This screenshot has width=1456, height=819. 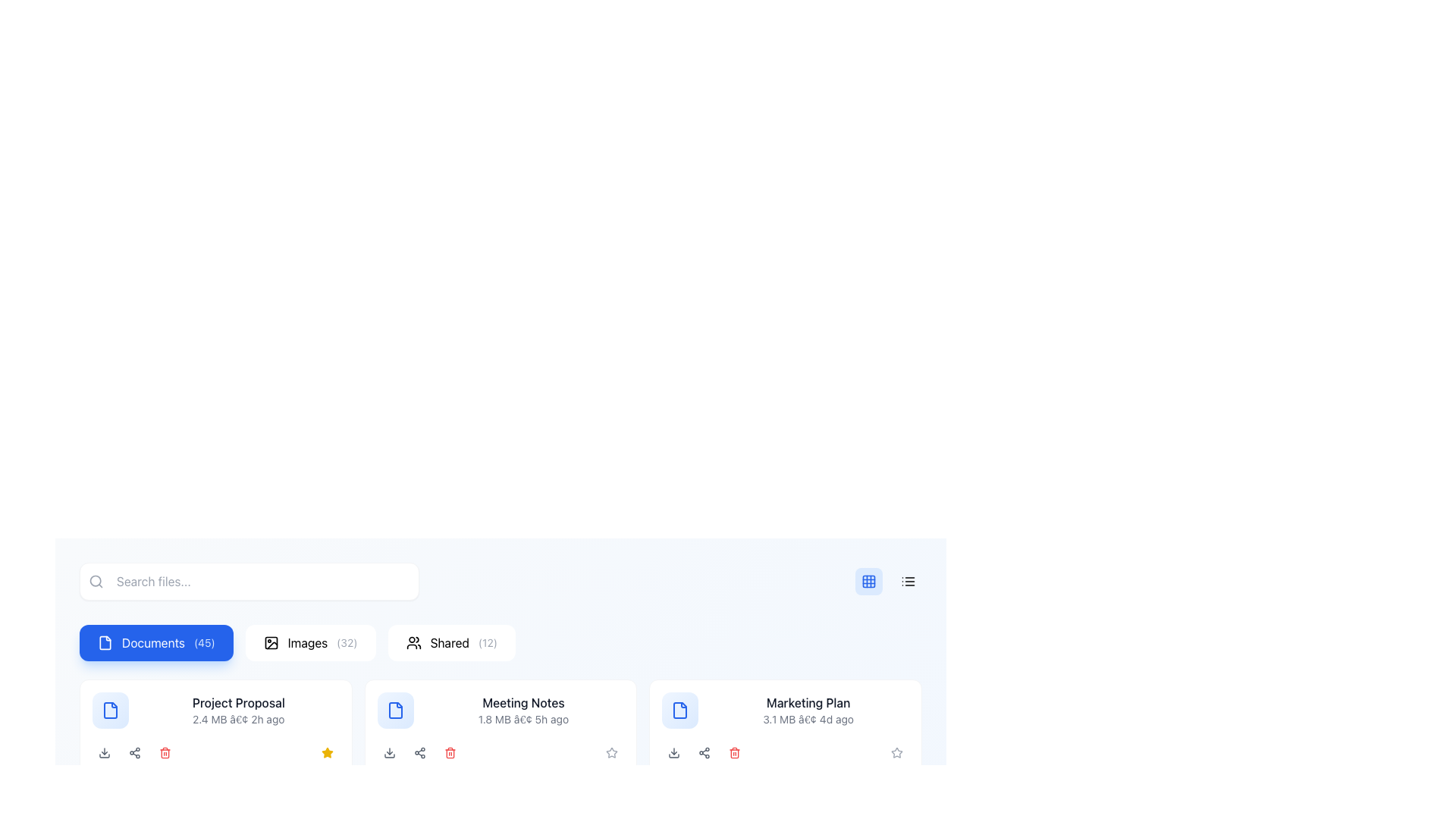 I want to click on the information presented in the small text label displaying '(12)' located to the immediate right of the 'Shared' label within its group, so click(x=488, y=643).